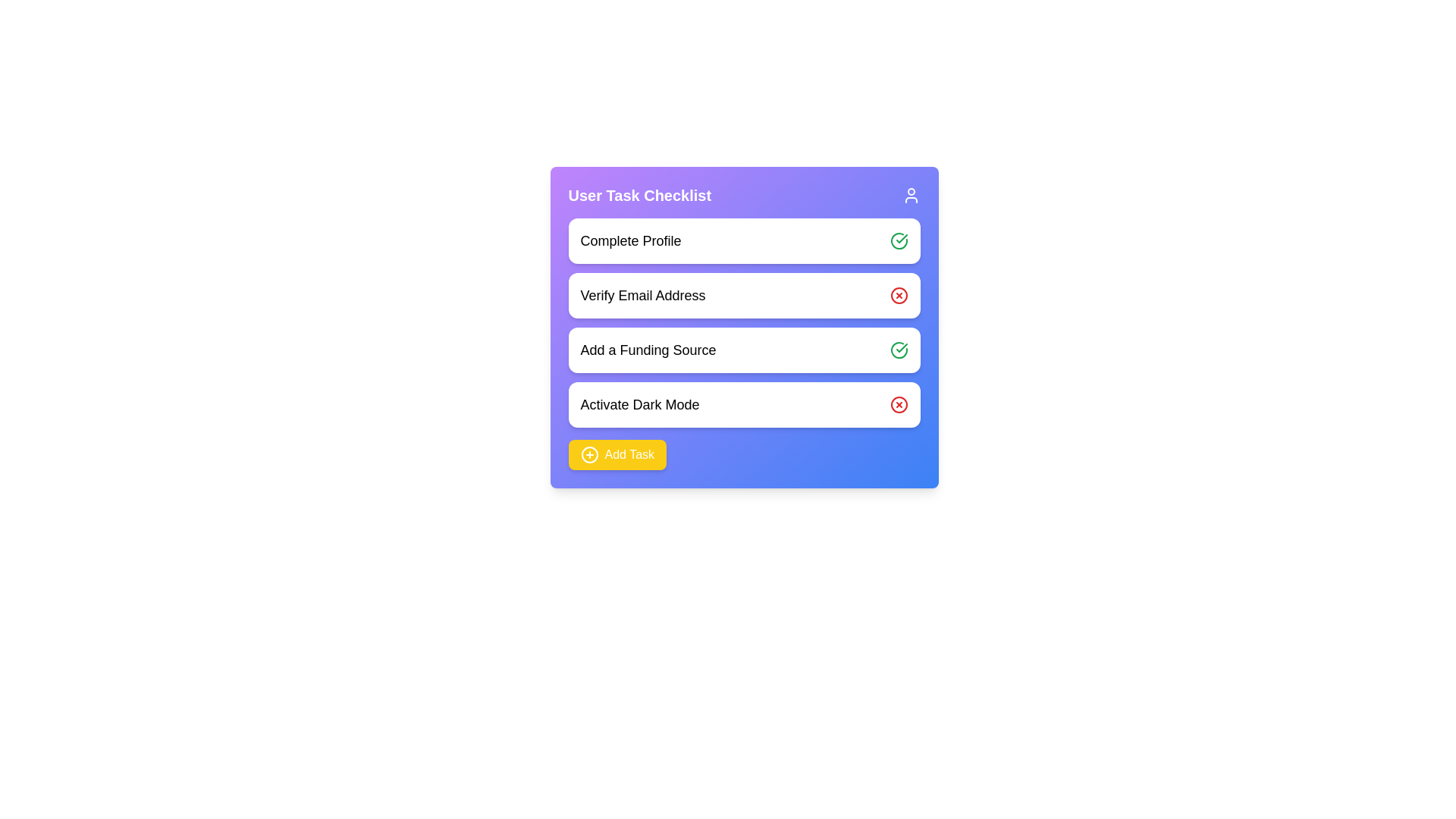 Image resolution: width=1456 pixels, height=819 pixels. I want to click on the first task item card ('Complete Profile') in the 'User Task Checklist', so click(744, 240).